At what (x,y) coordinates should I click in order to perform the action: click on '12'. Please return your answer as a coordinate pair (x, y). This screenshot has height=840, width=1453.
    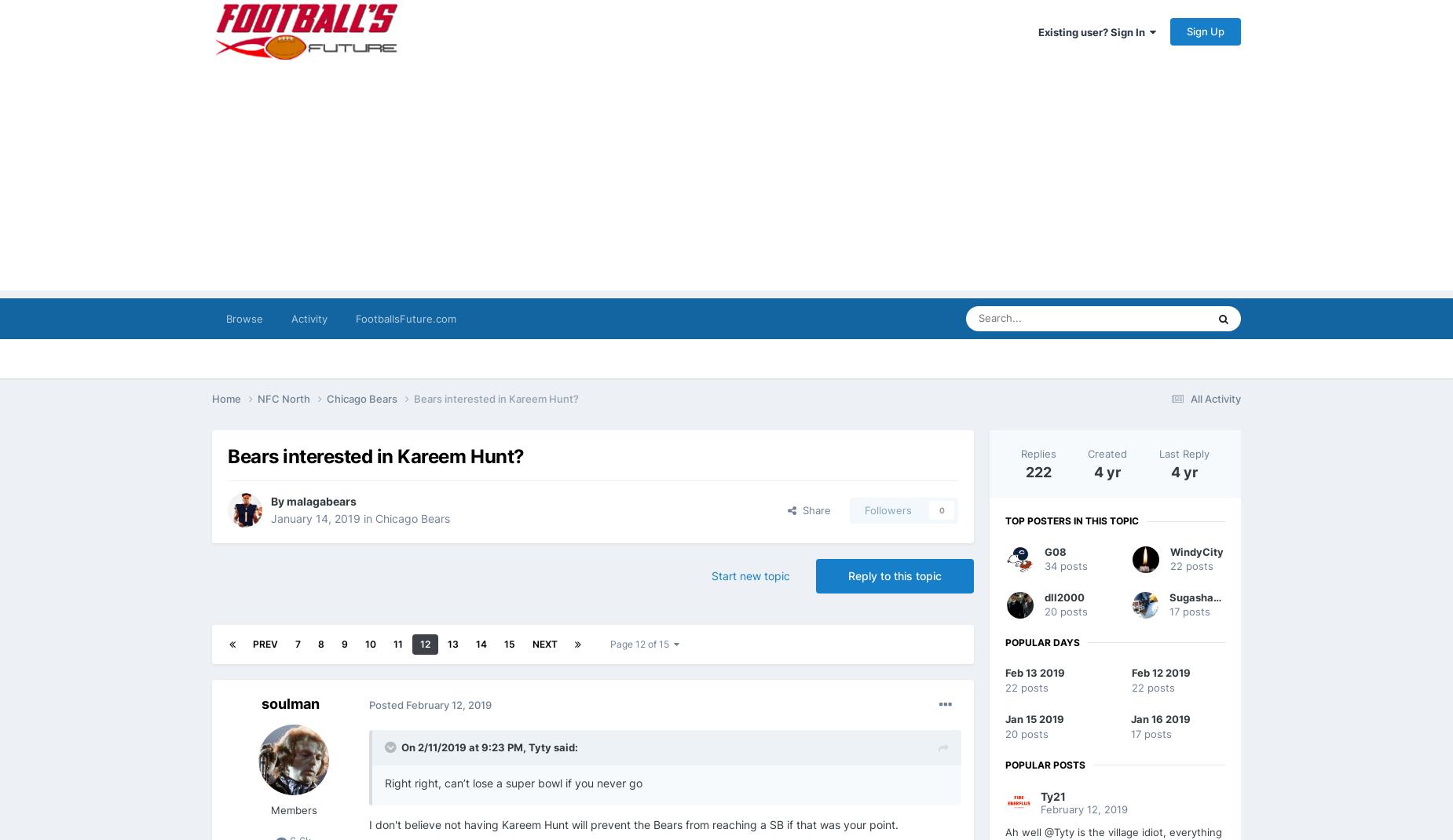
    Looking at the image, I should click on (425, 644).